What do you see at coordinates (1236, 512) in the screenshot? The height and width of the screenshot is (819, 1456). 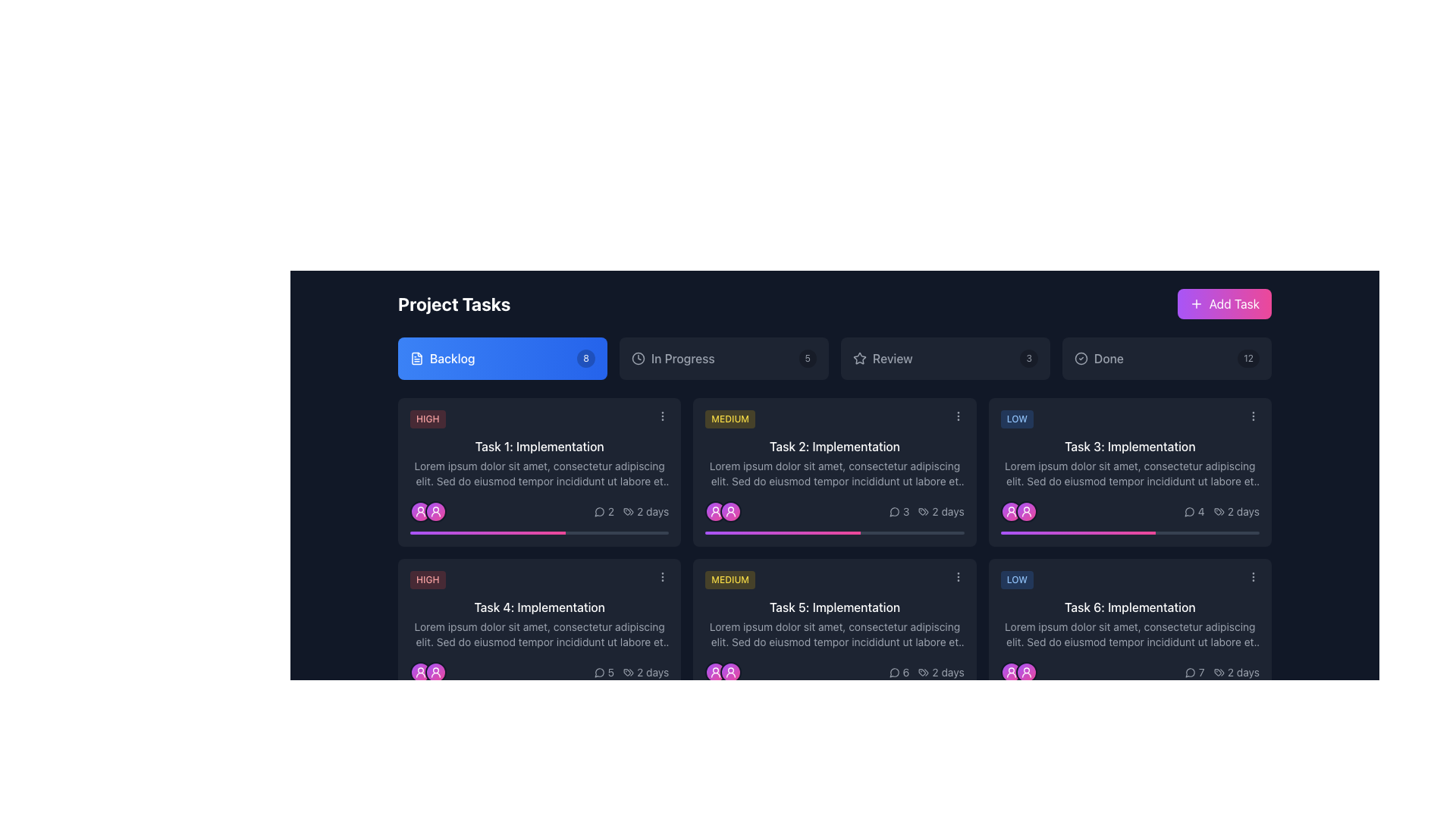 I see `the static text element displaying '2 days' next to a tag icon, located in the bottom right corner of the card labeled 'Task 3: Implementation'` at bounding box center [1236, 512].